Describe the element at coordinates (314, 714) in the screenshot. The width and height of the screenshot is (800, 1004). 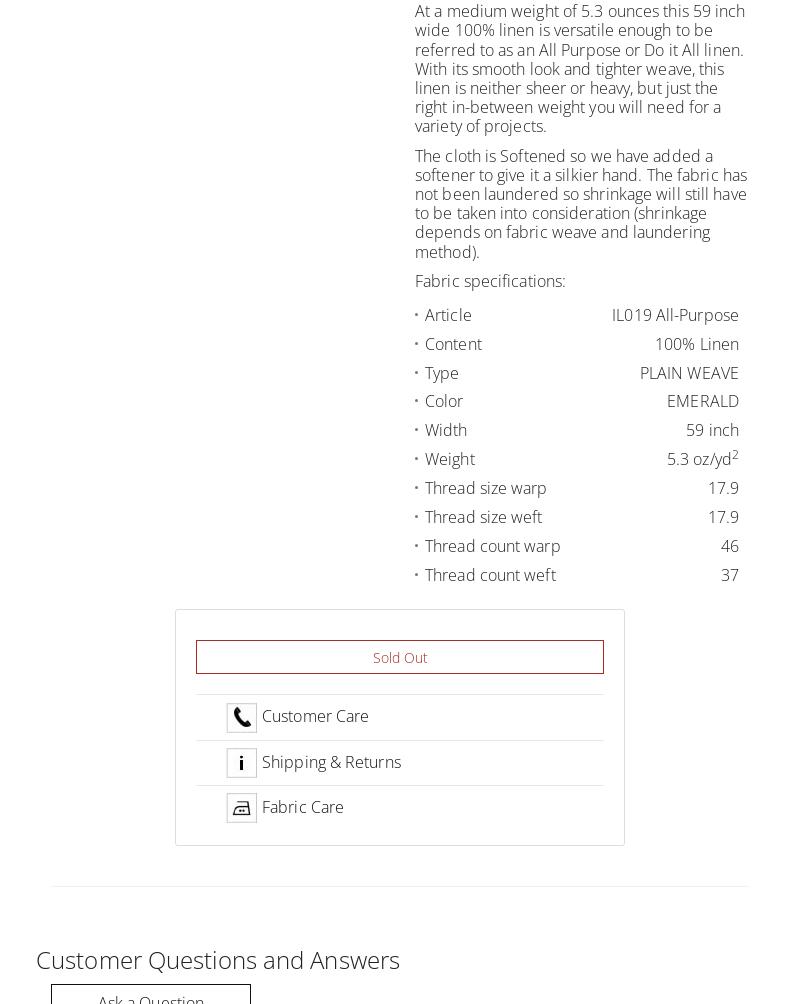
I see `'Customer Care'` at that location.